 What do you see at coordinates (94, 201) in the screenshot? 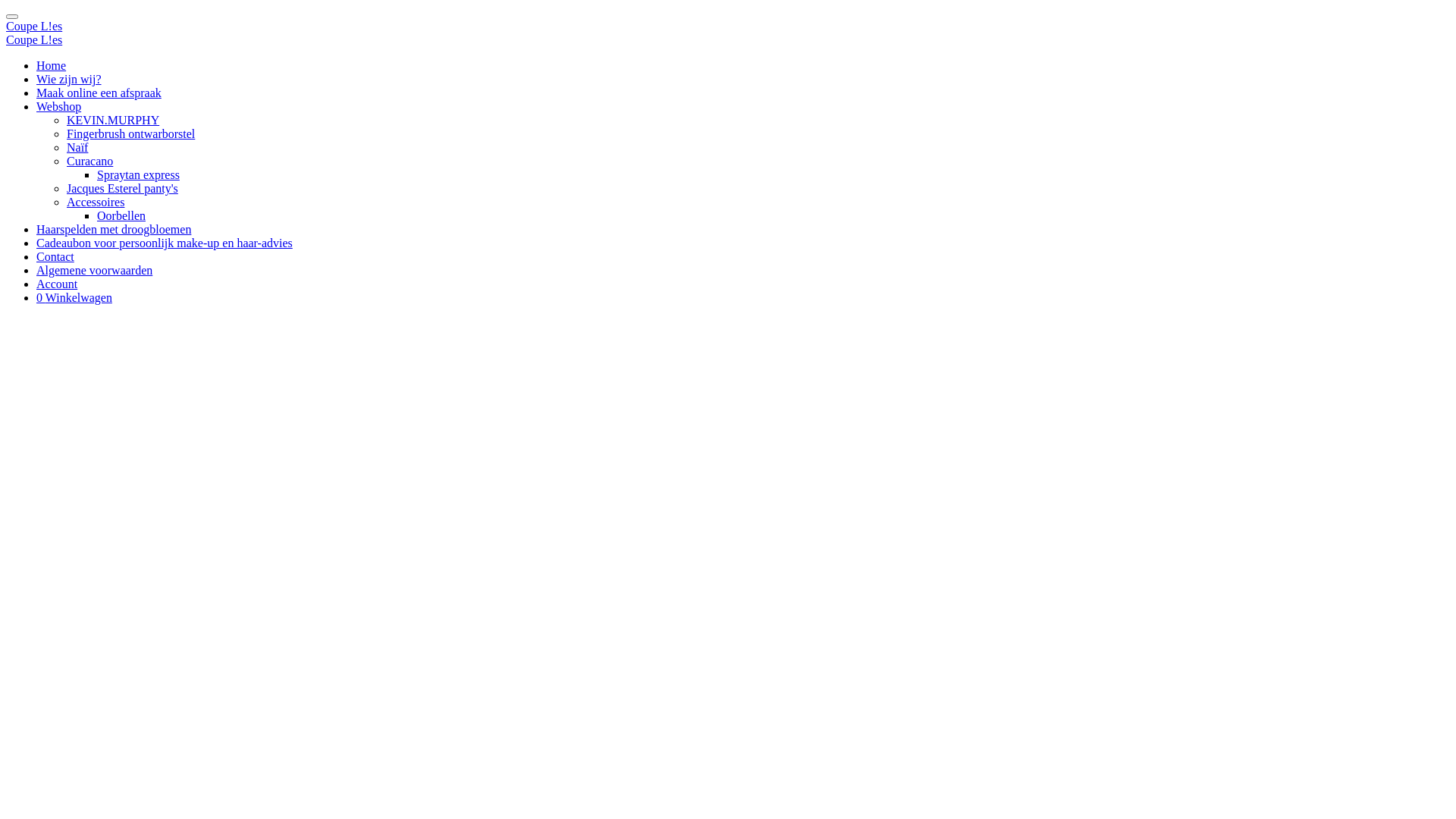
I see `'Accessoires'` at bounding box center [94, 201].